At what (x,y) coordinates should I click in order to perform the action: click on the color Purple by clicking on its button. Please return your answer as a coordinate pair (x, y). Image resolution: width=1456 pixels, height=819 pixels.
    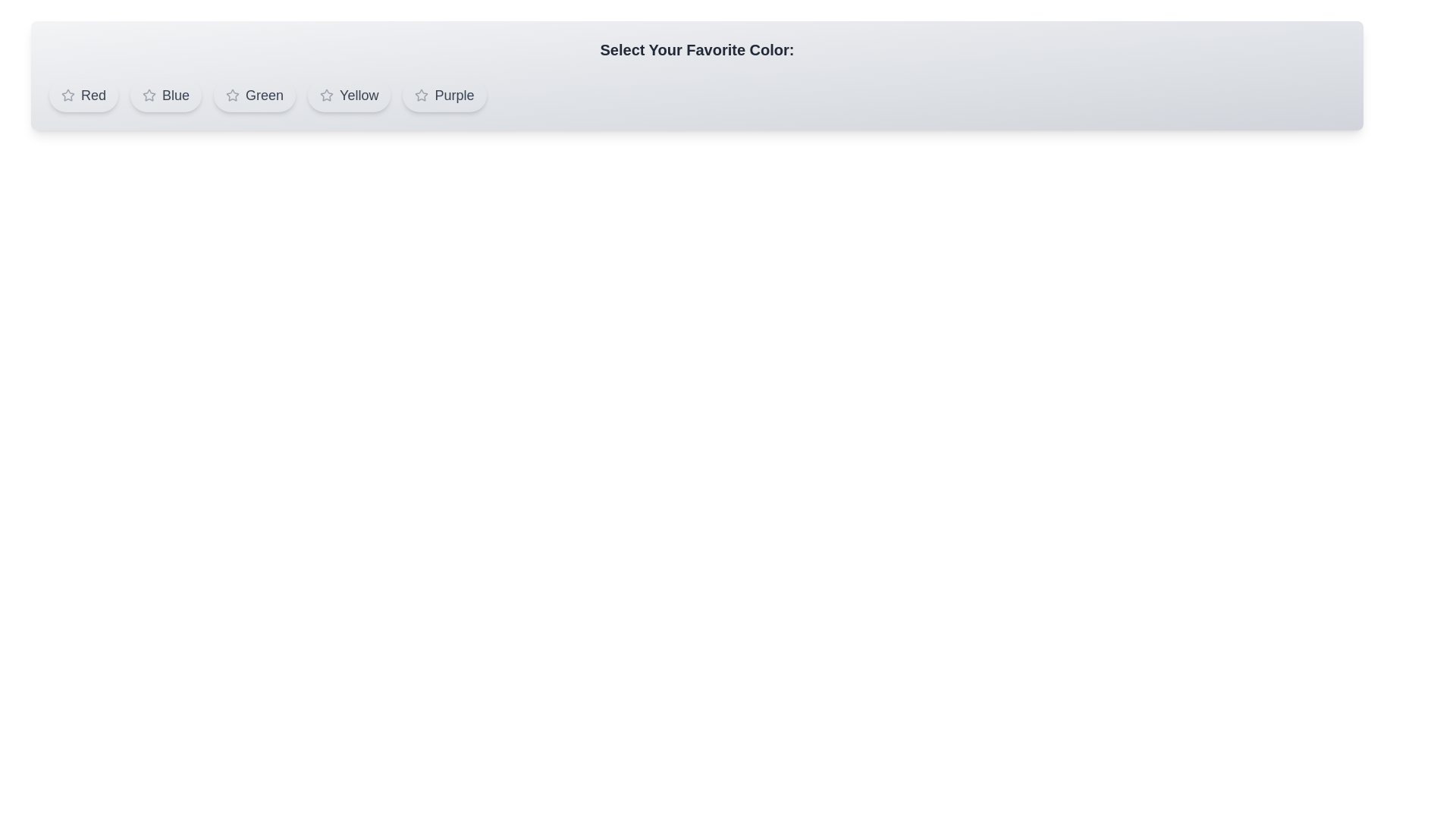
    Looking at the image, I should click on (444, 96).